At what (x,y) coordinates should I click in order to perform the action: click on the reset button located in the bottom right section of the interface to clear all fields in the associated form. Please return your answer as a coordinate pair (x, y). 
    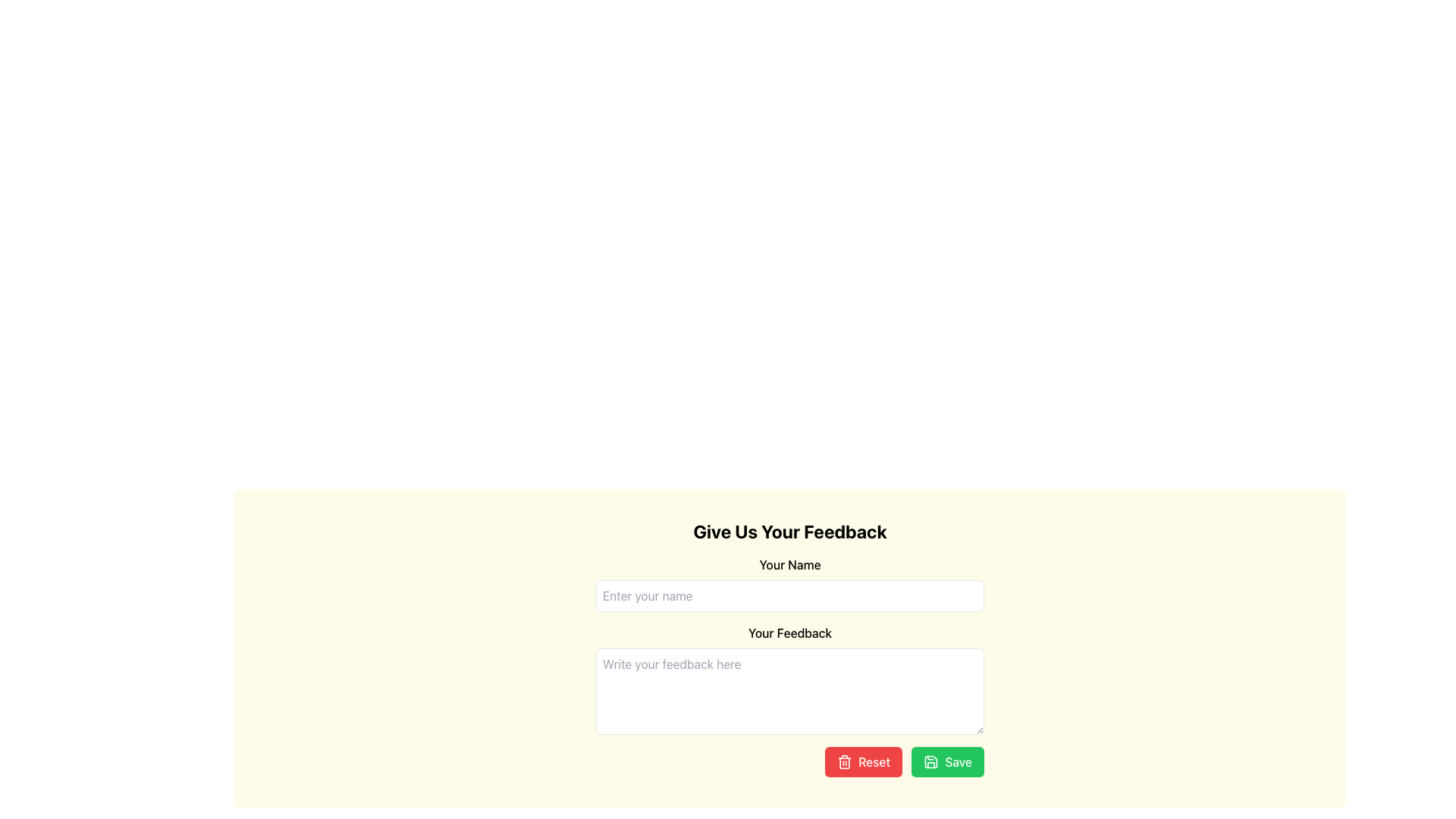
    Looking at the image, I should click on (864, 762).